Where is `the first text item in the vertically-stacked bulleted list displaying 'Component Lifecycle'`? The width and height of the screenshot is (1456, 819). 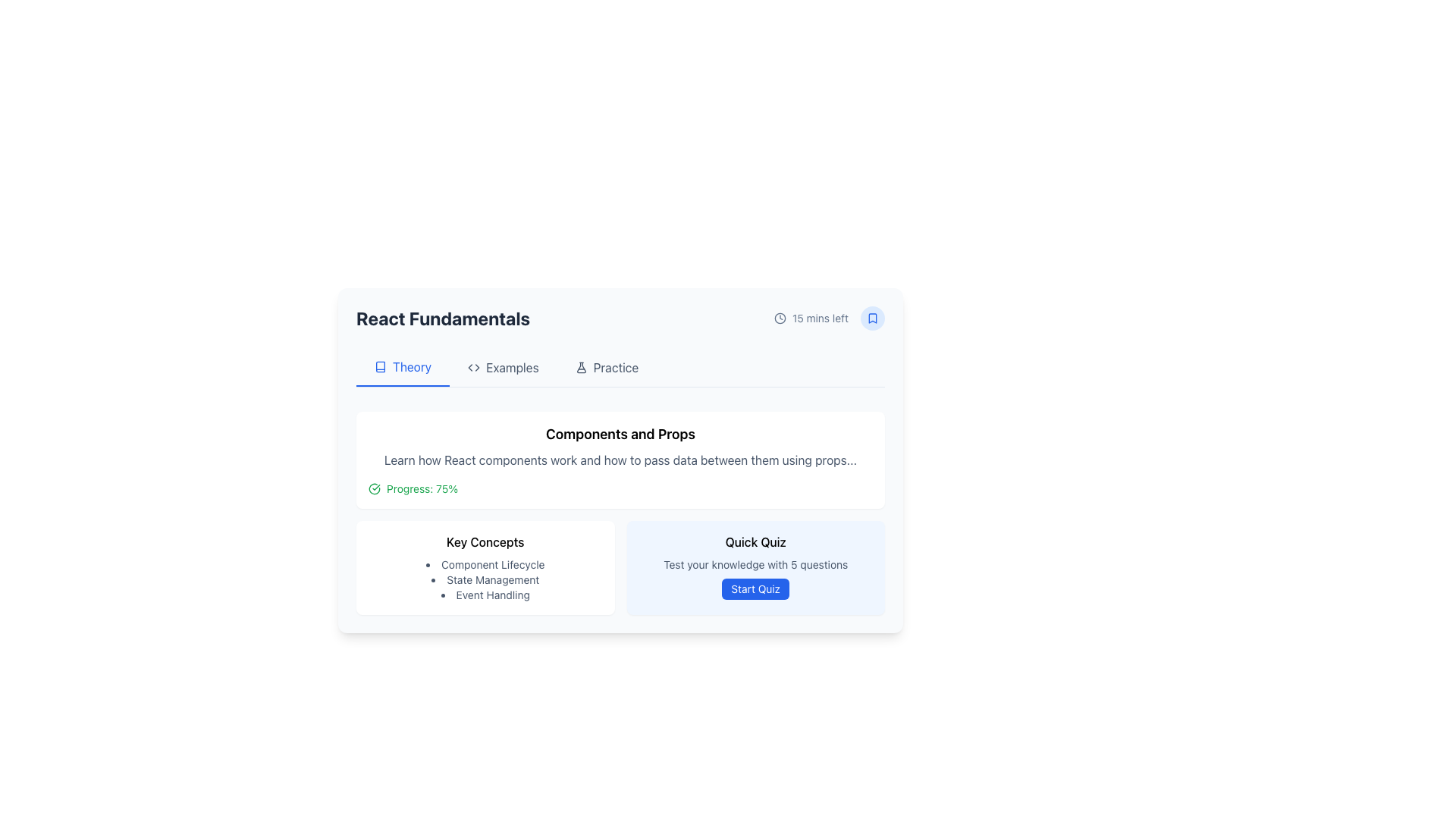 the first text item in the vertically-stacked bulleted list displaying 'Component Lifecycle' is located at coordinates (485, 564).